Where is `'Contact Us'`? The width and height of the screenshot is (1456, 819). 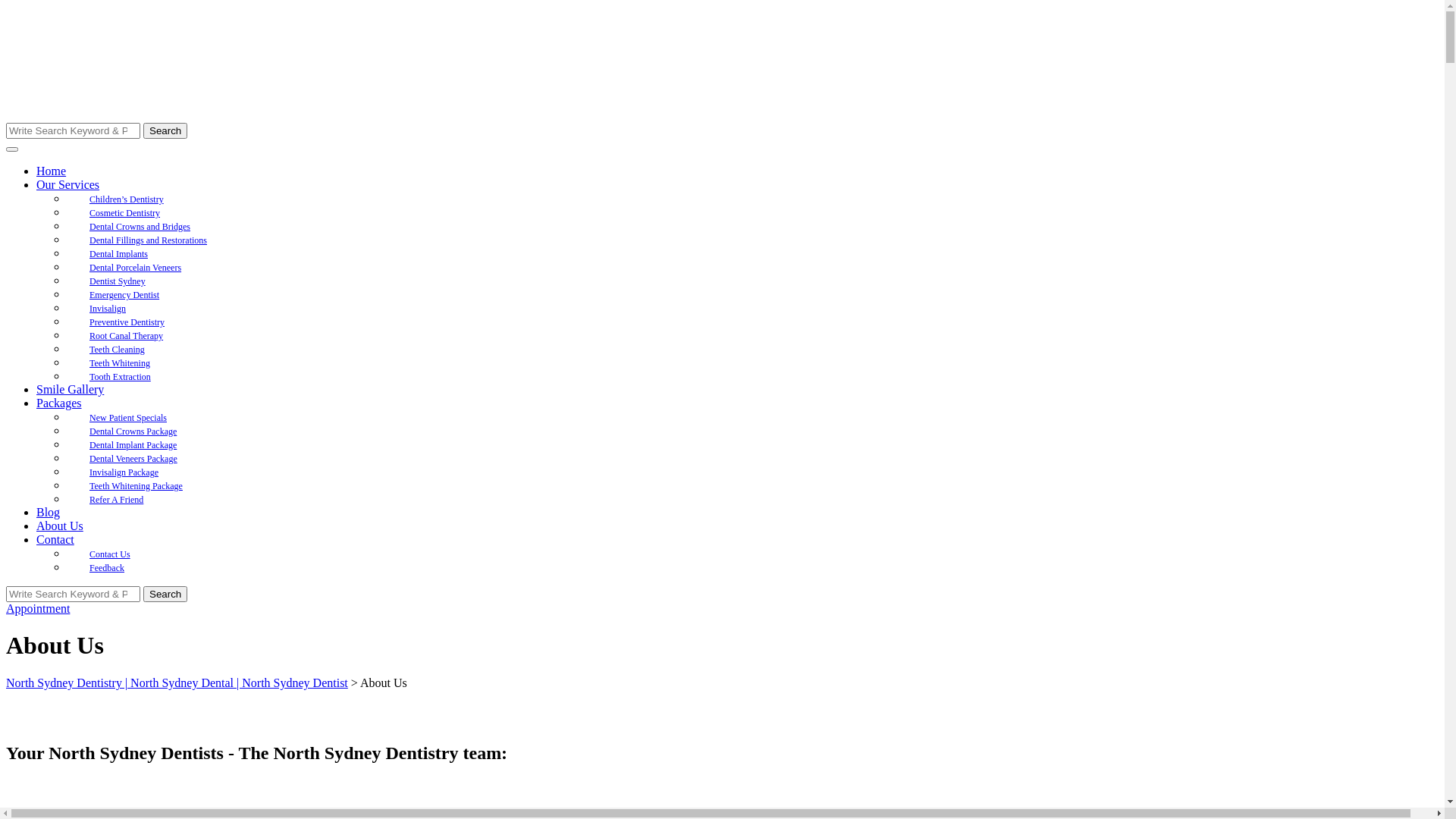
'Contact Us' is located at coordinates (65, 554).